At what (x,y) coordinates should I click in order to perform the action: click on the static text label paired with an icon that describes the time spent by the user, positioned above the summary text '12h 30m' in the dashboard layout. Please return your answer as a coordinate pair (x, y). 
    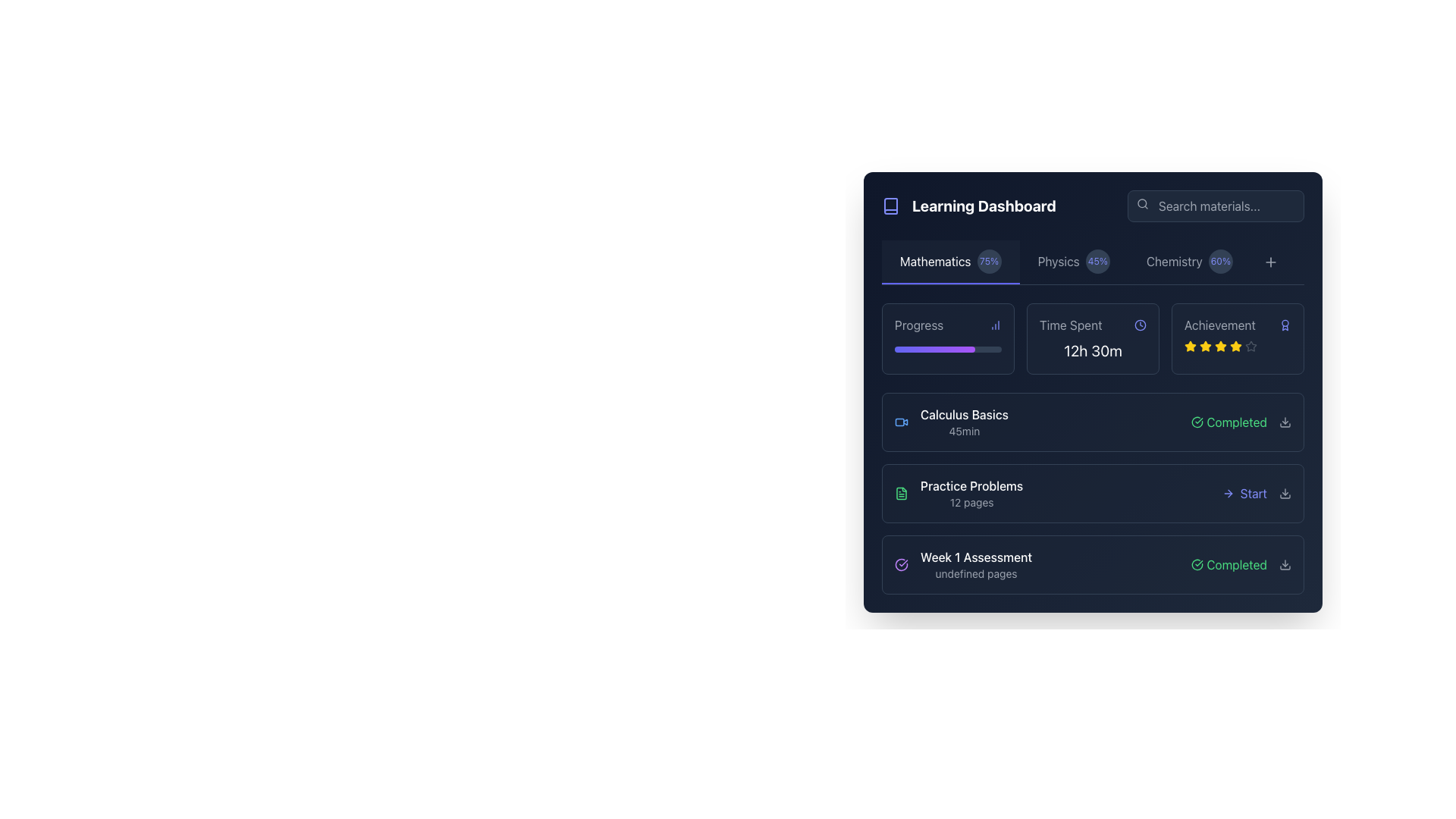
    Looking at the image, I should click on (1093, 324).